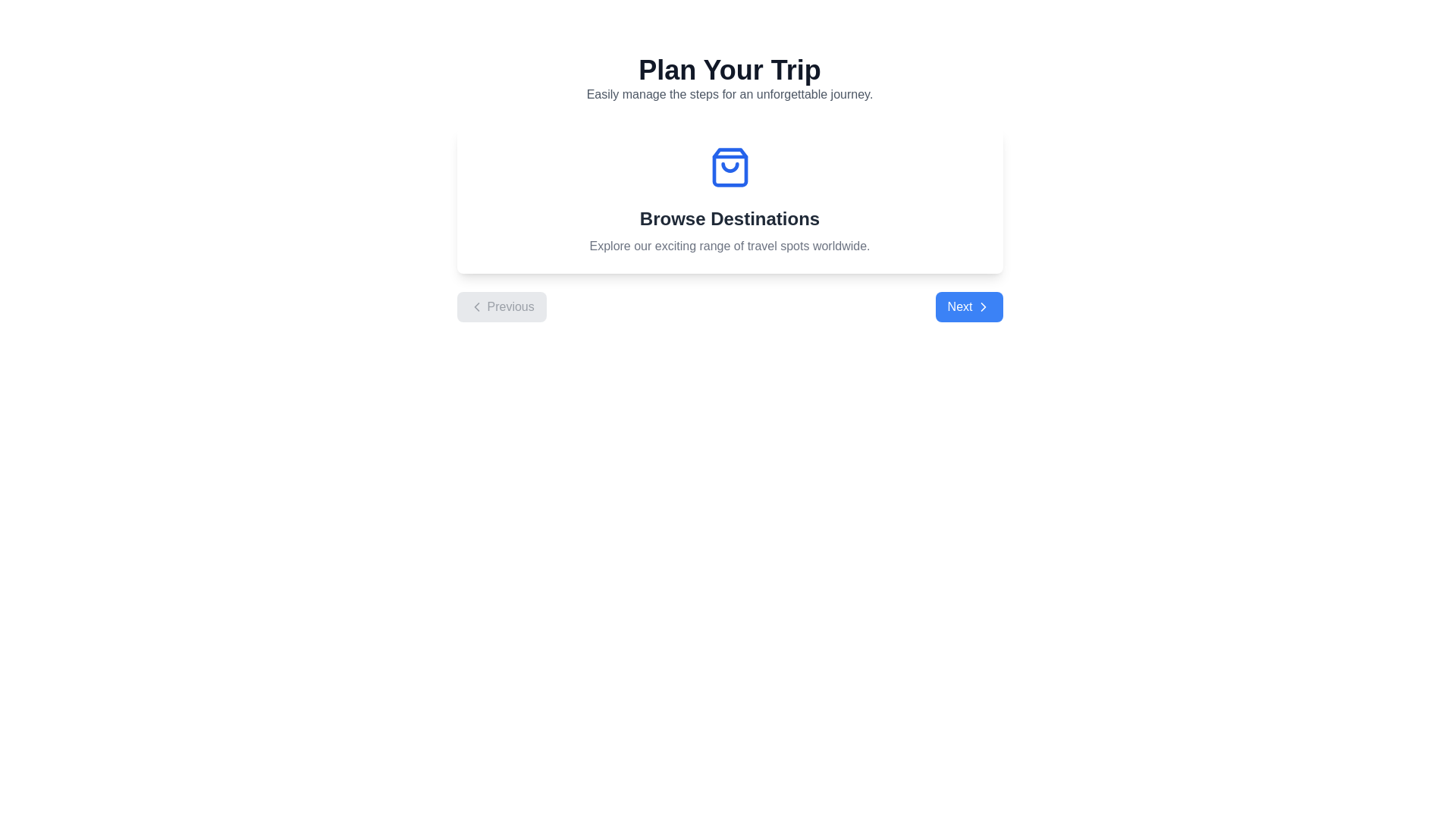 Image resolution: width=1456 pixels, height=819 pixels. What do you see at coordinates (983, 307) in the screenshot?
I see `the rightward-facing chevron icon (>) within the blue 'Next' button` at bounding box center [983, 307].